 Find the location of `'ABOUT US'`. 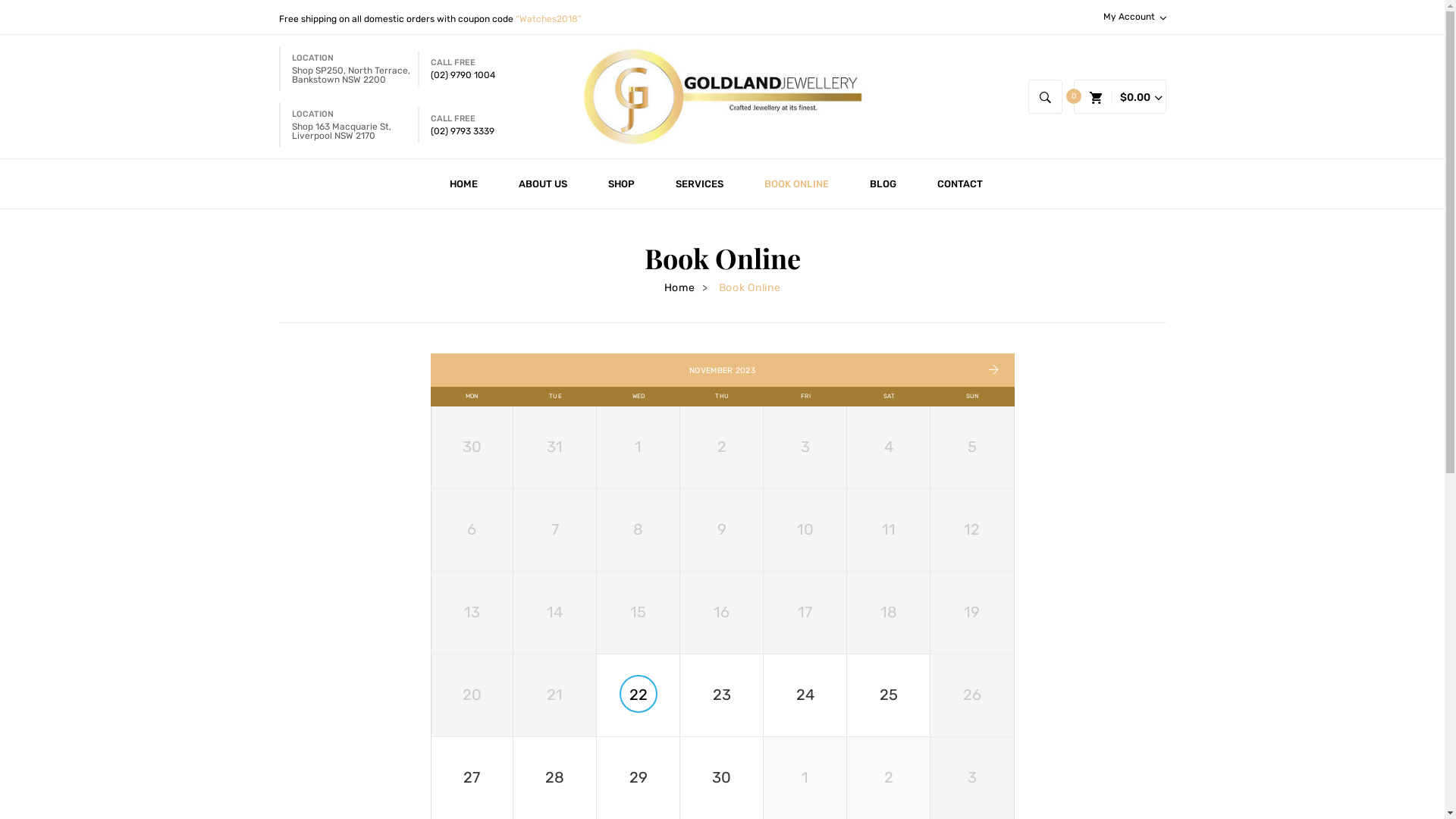

'ABOUT US' is located at coordinates (542, 183).